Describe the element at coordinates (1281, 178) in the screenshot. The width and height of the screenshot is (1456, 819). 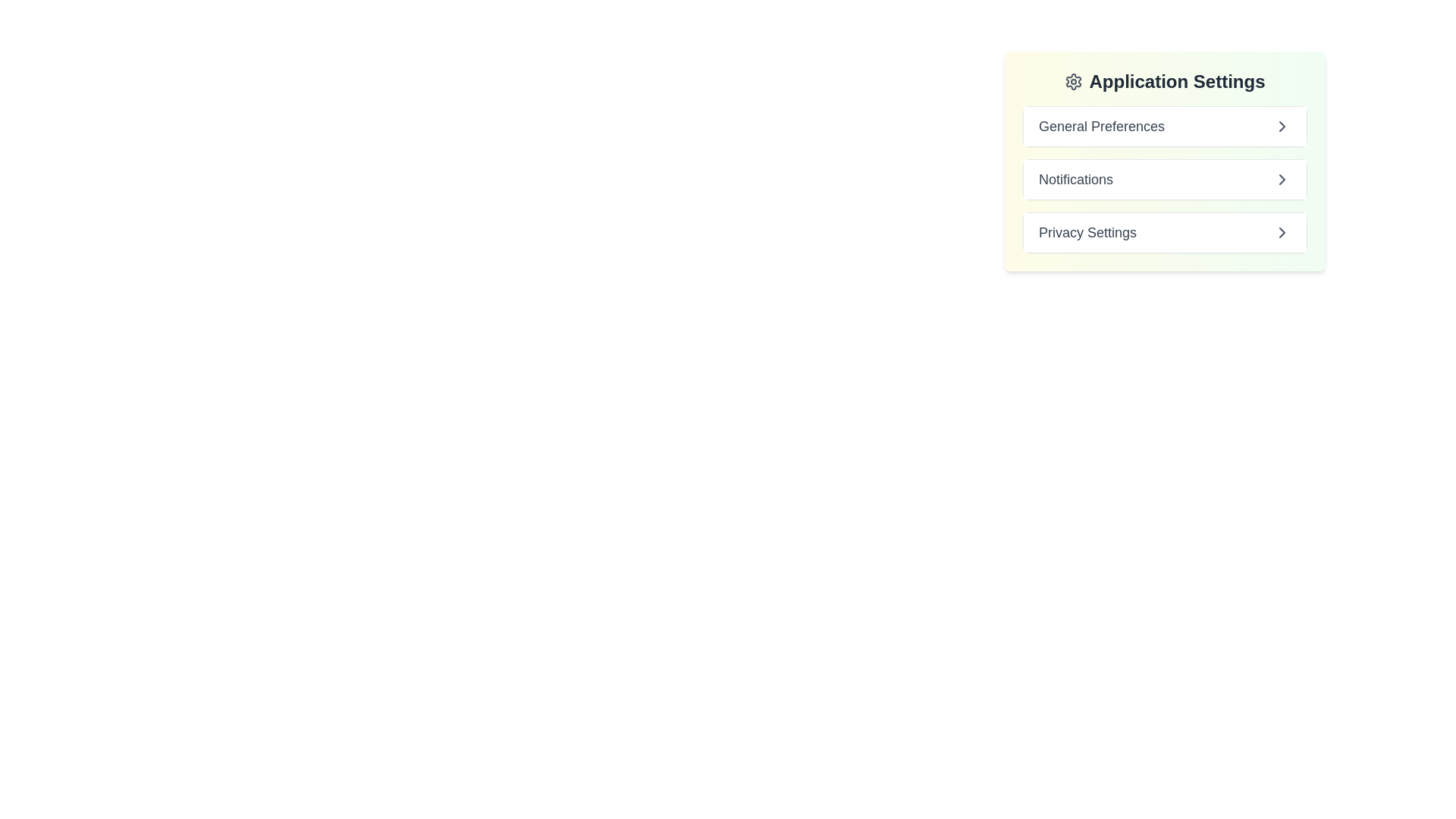
I see `the right-pointing triangular arrow icon located to the right of the 'Notifications' setting in the 'Application Settings' panel` at that location.